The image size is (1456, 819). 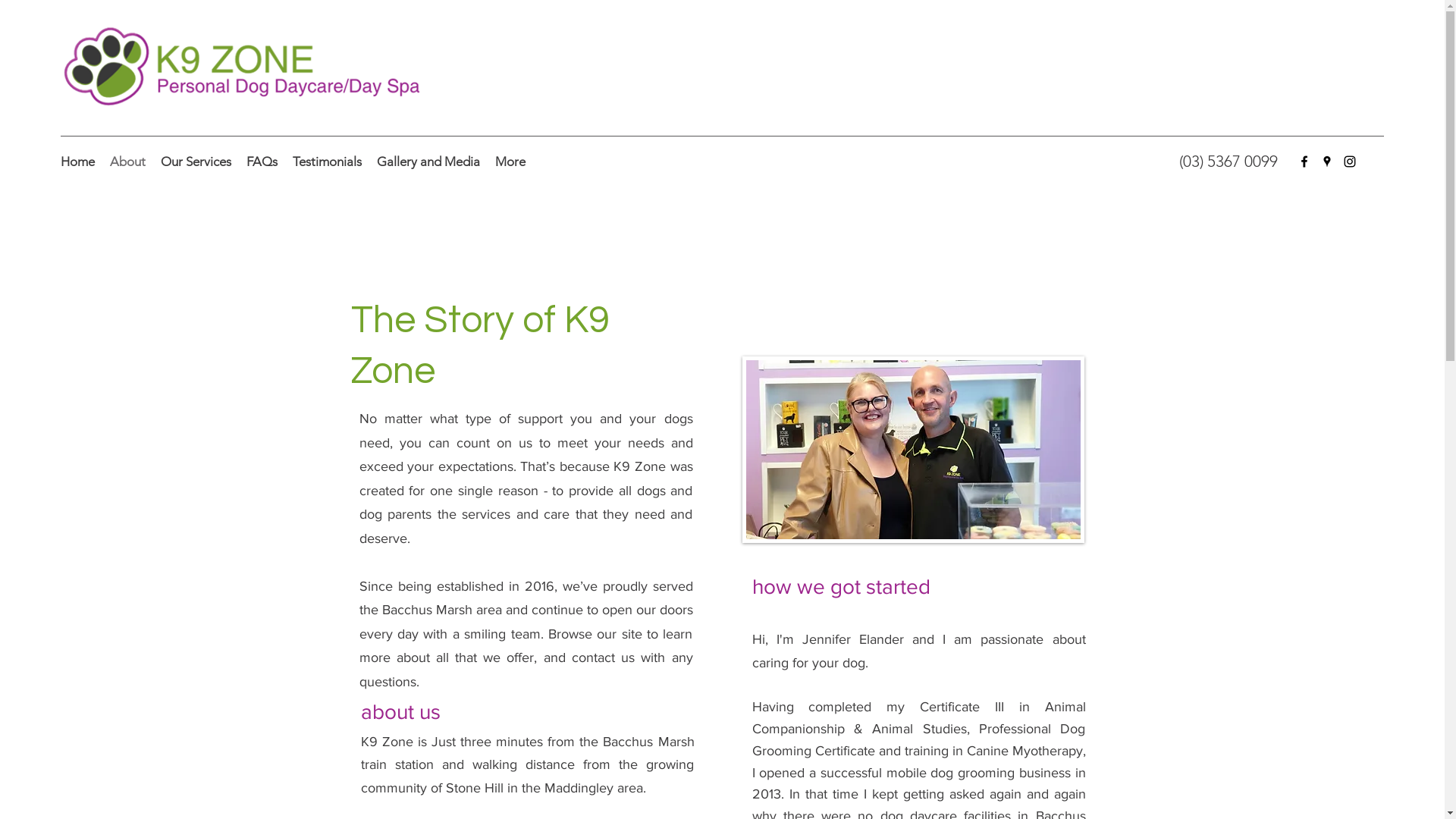 What do you see at coordinates (77, 161) in the screenshot?
I see `'Home'` at bounding box center [77, 161].